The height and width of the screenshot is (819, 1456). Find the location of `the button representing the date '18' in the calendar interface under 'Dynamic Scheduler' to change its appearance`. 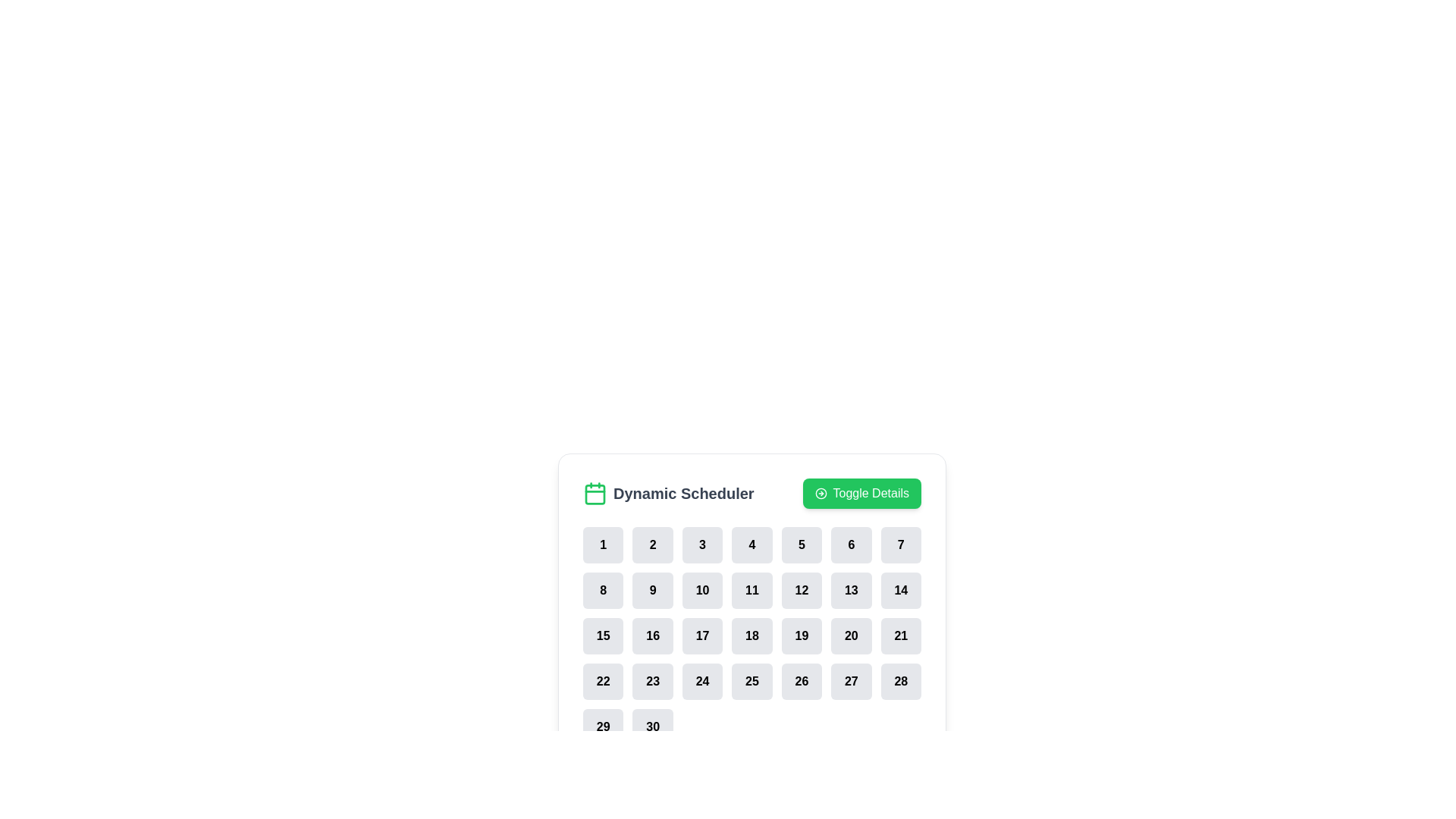

the button representing the date '18' in the calendar interface under 'Dynamic Scheduler' to change its appearance is located at coordinates (752, 636).